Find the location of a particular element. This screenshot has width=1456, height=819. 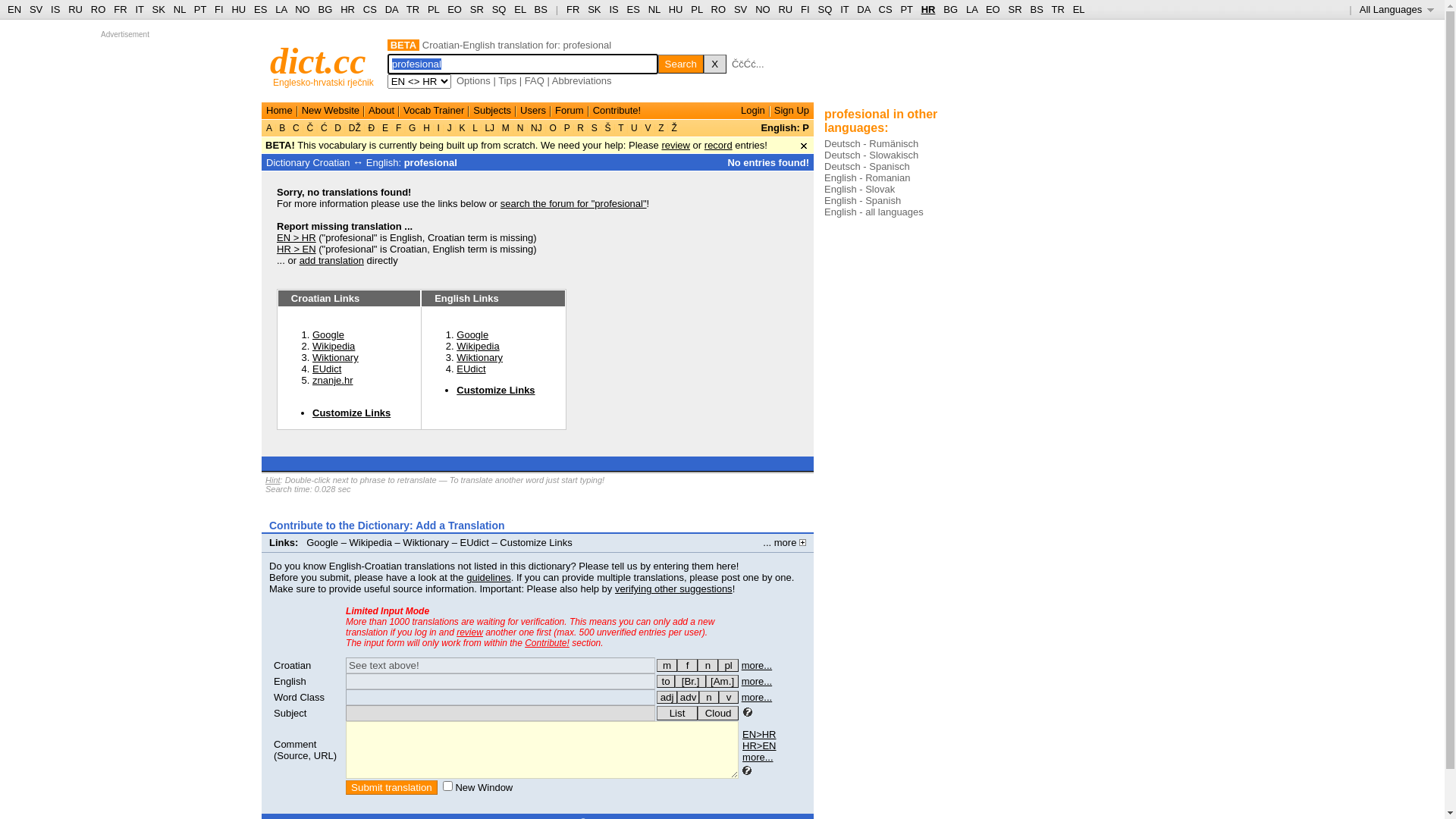

'U' is located at coordinates (634, 127).